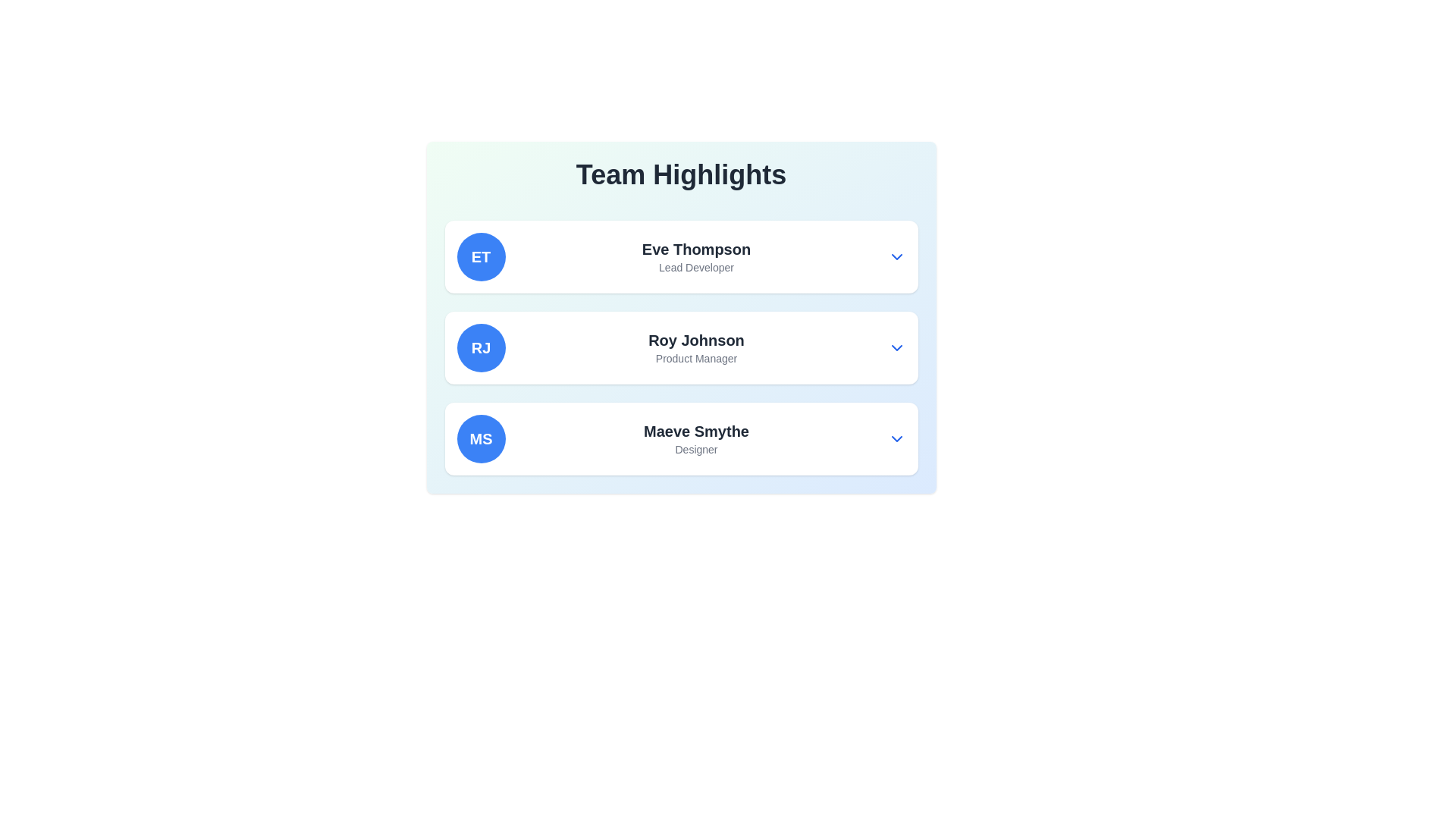 This screenshot has width=1456, height=819. Describe the element at coordinates (680, 348) in the screenshot. I see `the user profile card that summarizes key details about the individual, positioned centrally and is the second card in a vertically stacked list` at that location.